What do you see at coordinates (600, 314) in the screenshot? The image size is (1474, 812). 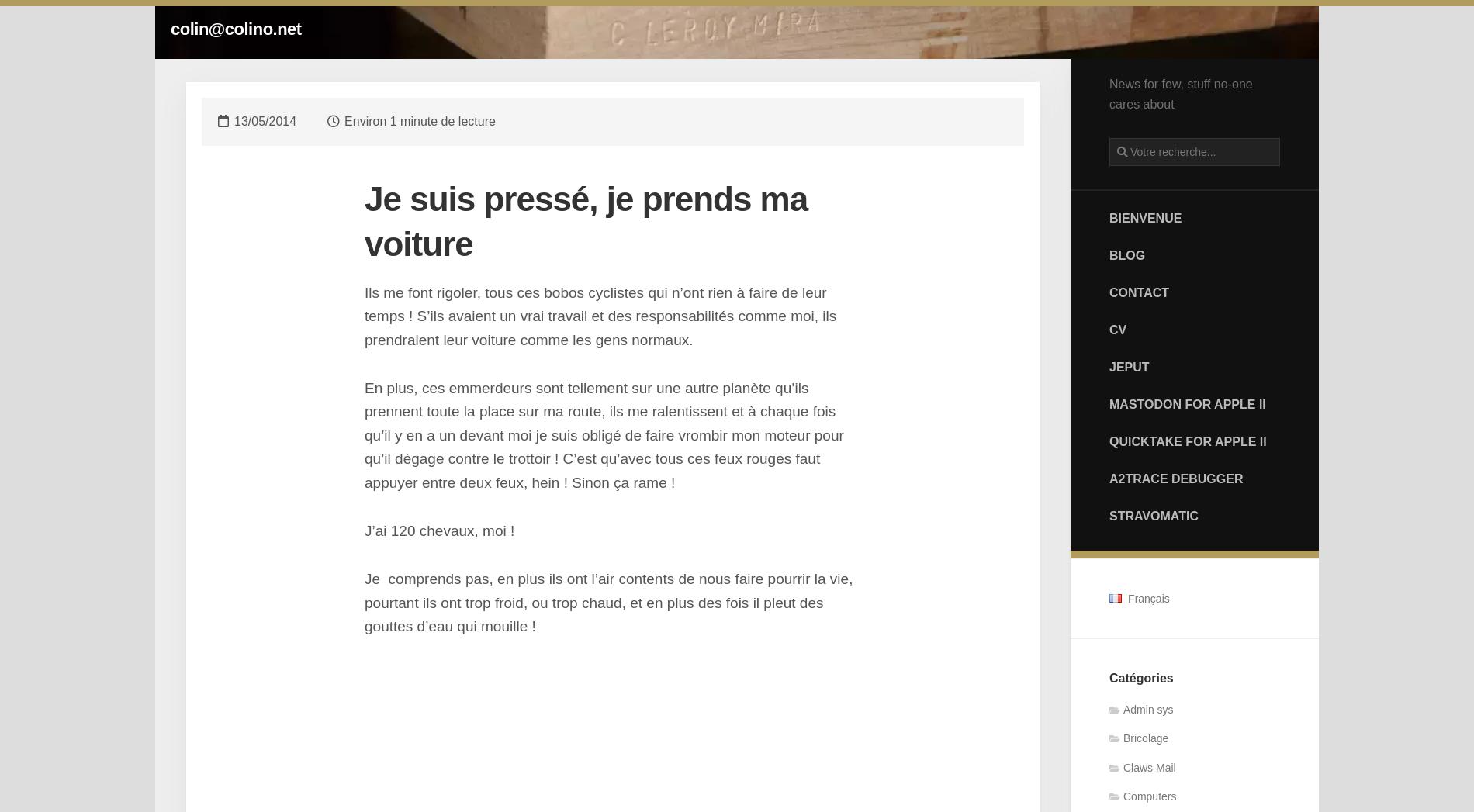 I see `'Ils me font rigoler, tous ces bobos cyclistes qui n’ont rien à faire de leur temps ! S’ils avaient un vrai travail et des responsabilités comme moi, ils prendraient leur voiture comme les gens normaux.'` at bounding box center [600, 314].